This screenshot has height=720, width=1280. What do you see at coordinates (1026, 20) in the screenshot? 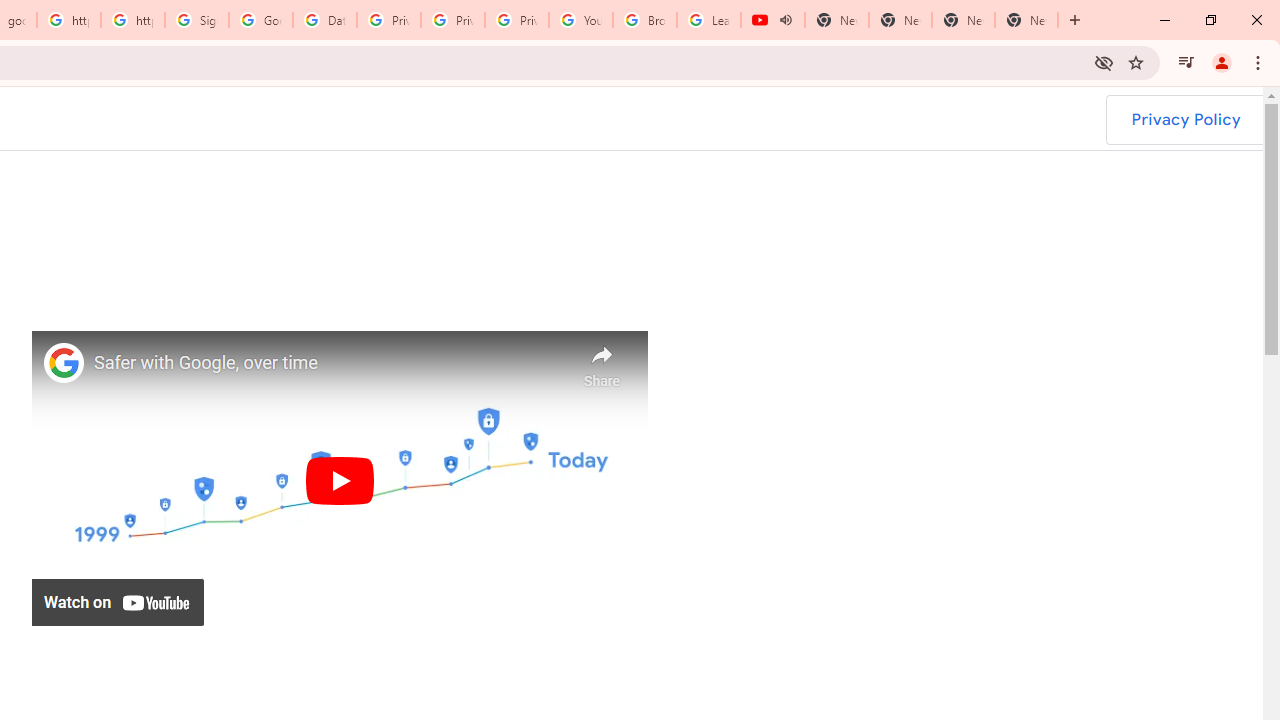
I see `'New Tab'` at bounding box center [1026, 20].